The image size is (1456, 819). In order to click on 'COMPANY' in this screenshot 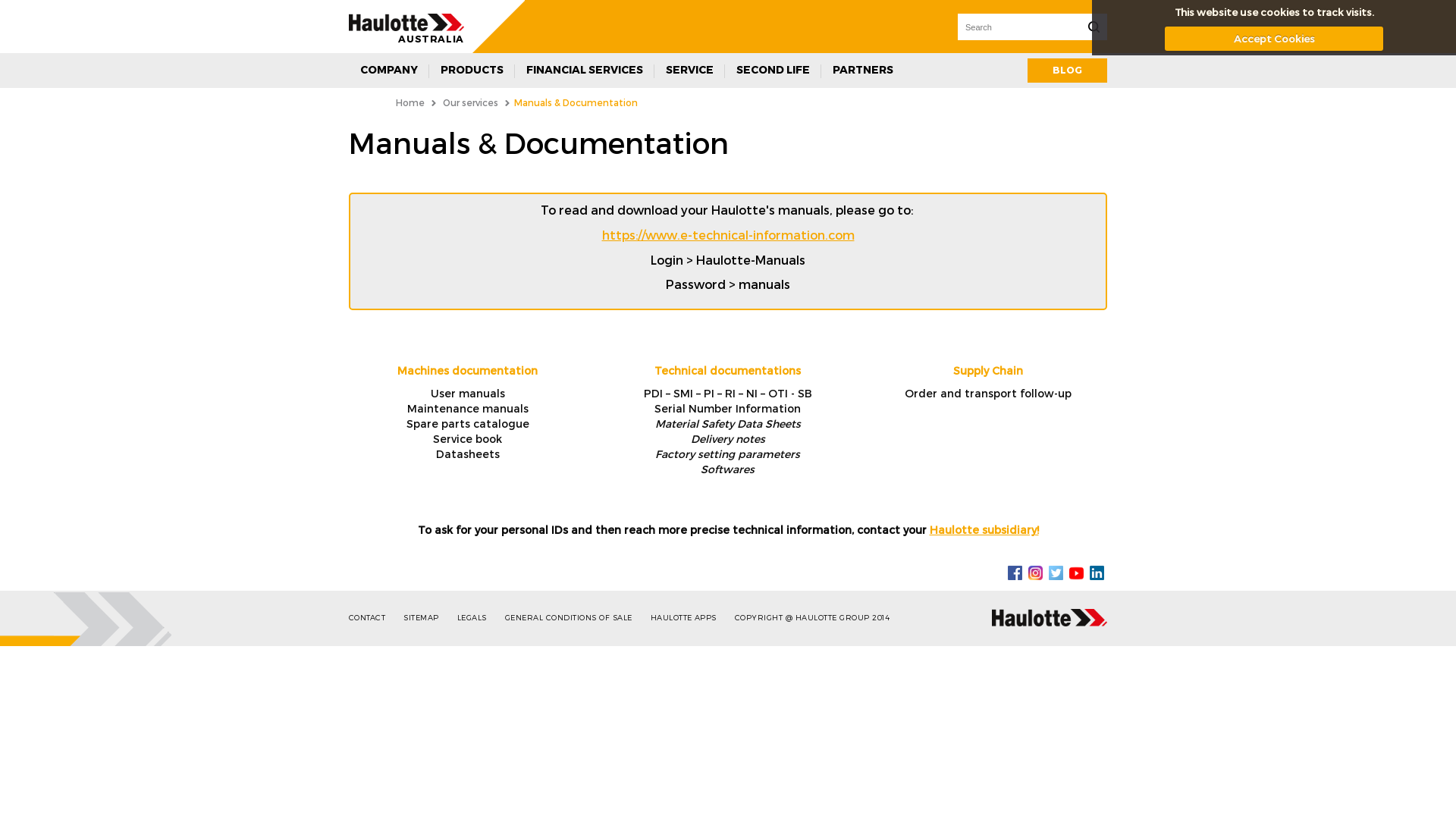, I will do `click(348, 70)`.